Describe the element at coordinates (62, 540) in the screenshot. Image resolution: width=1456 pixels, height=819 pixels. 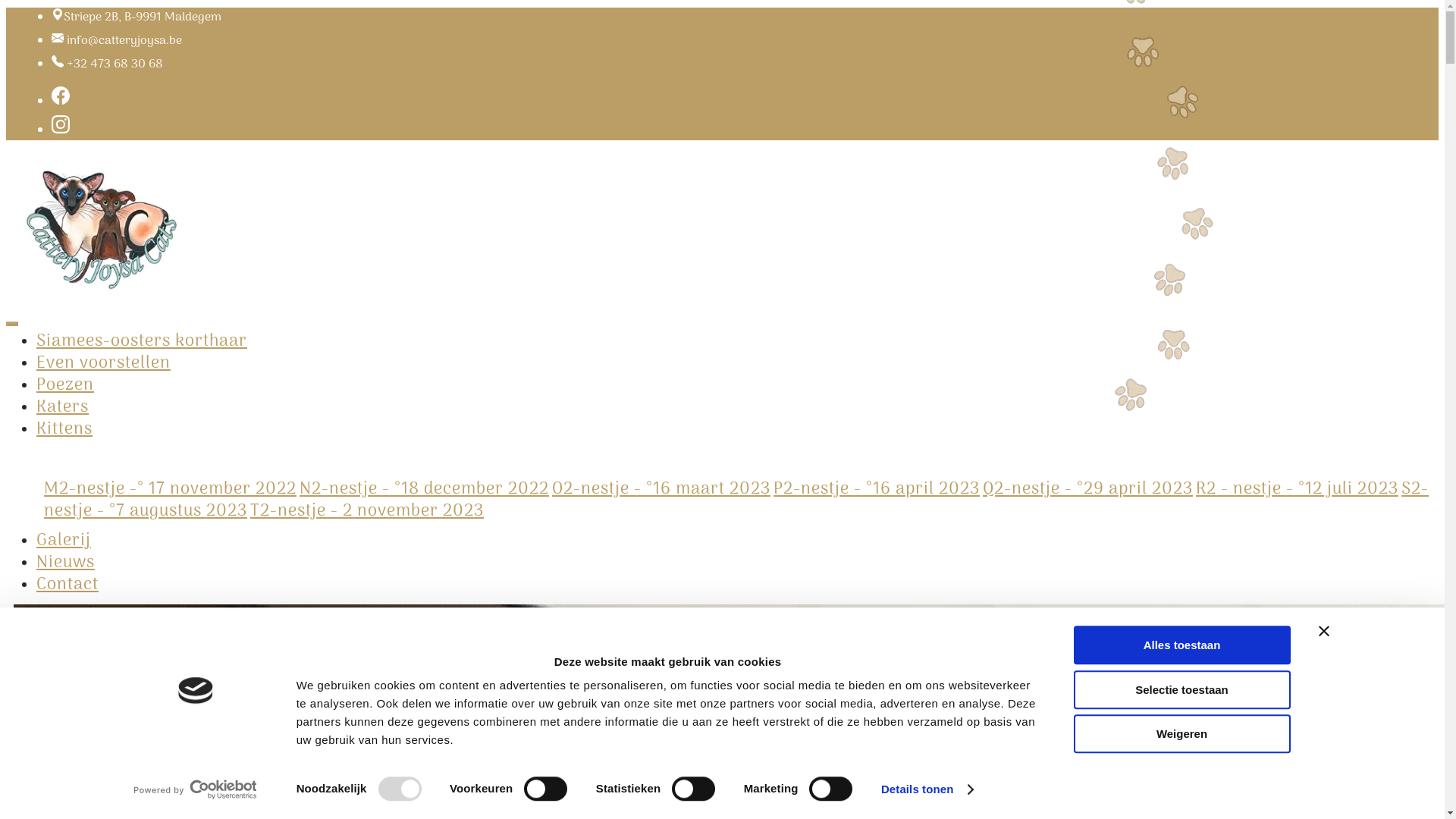
I see `'Galerij'` at that location.